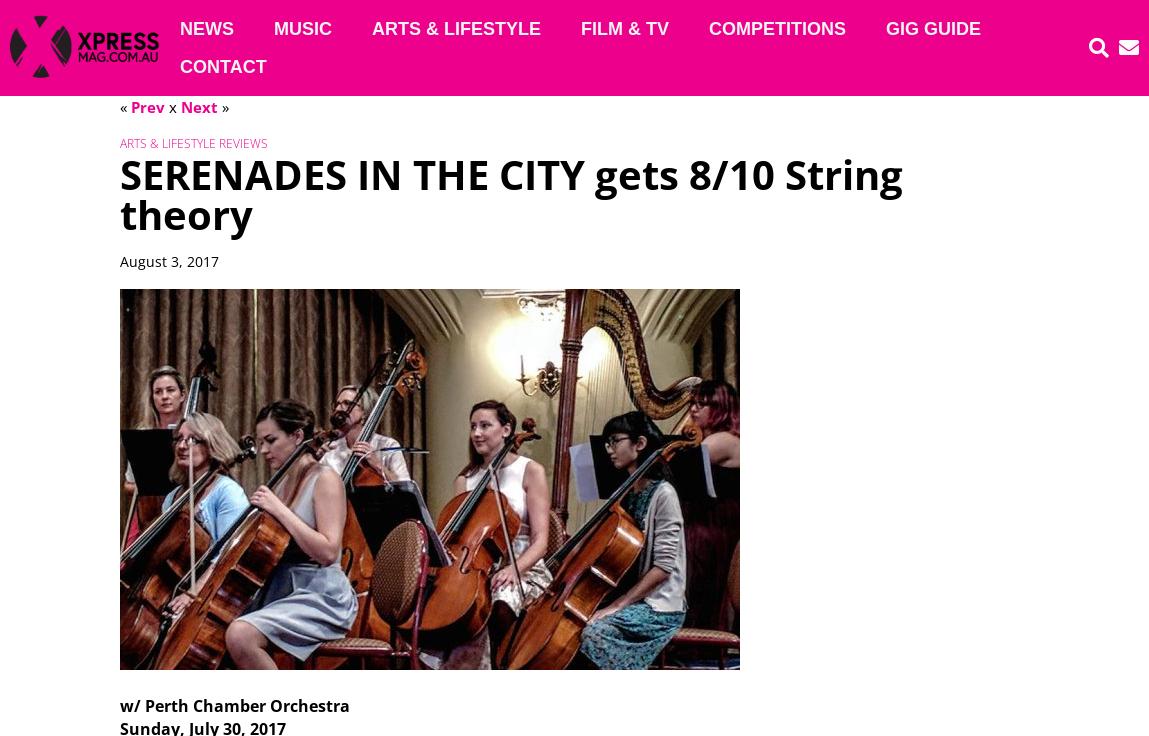 The image size is (1149, 736). What do you see at coordinates (192, 143) in the screenshot?
I see `'Arts & Lifestyle Reviews'` at bounding box center [192, 143].